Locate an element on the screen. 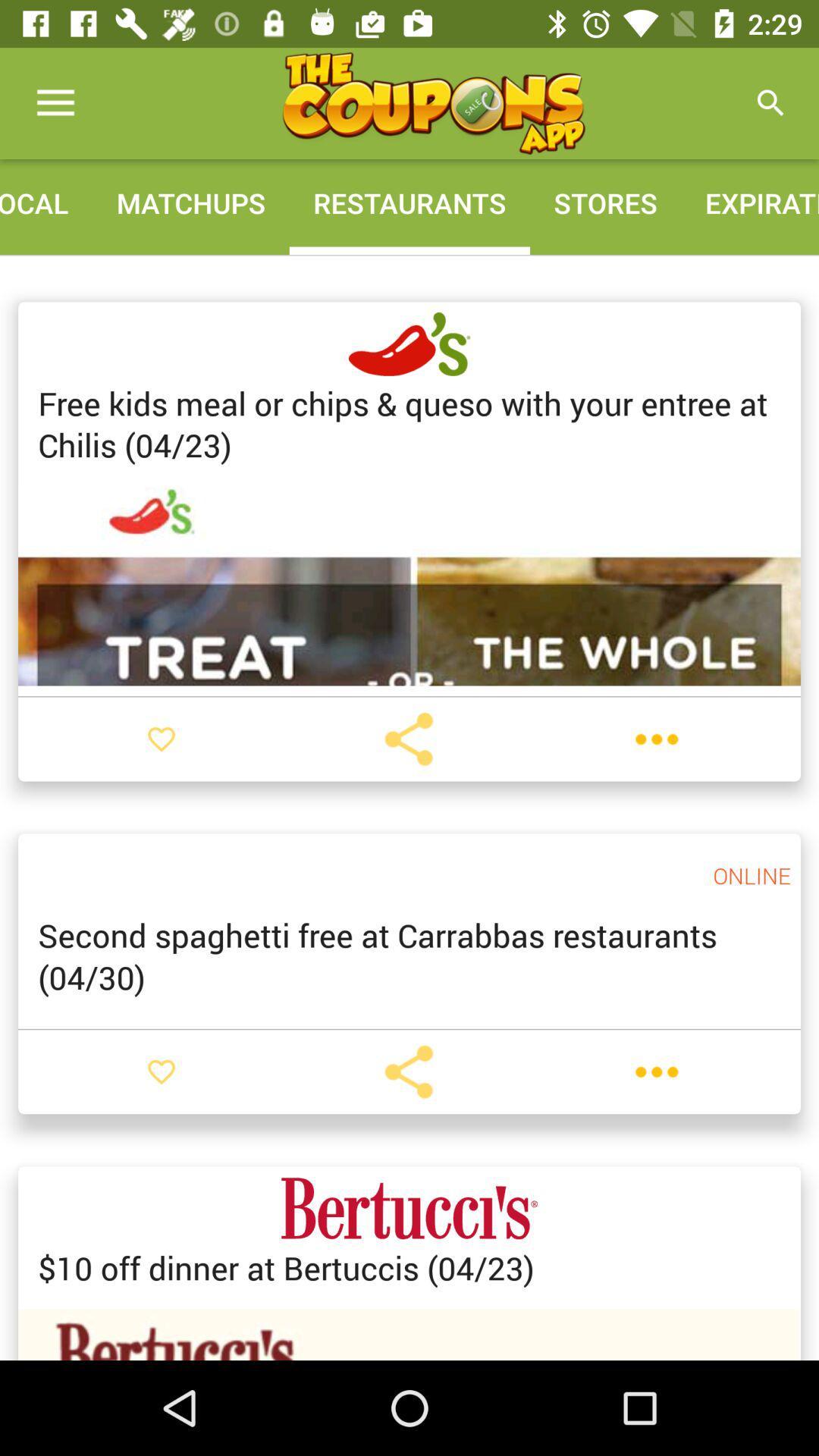  the icon next to the expiration icon is located at coordinates (433, 102).